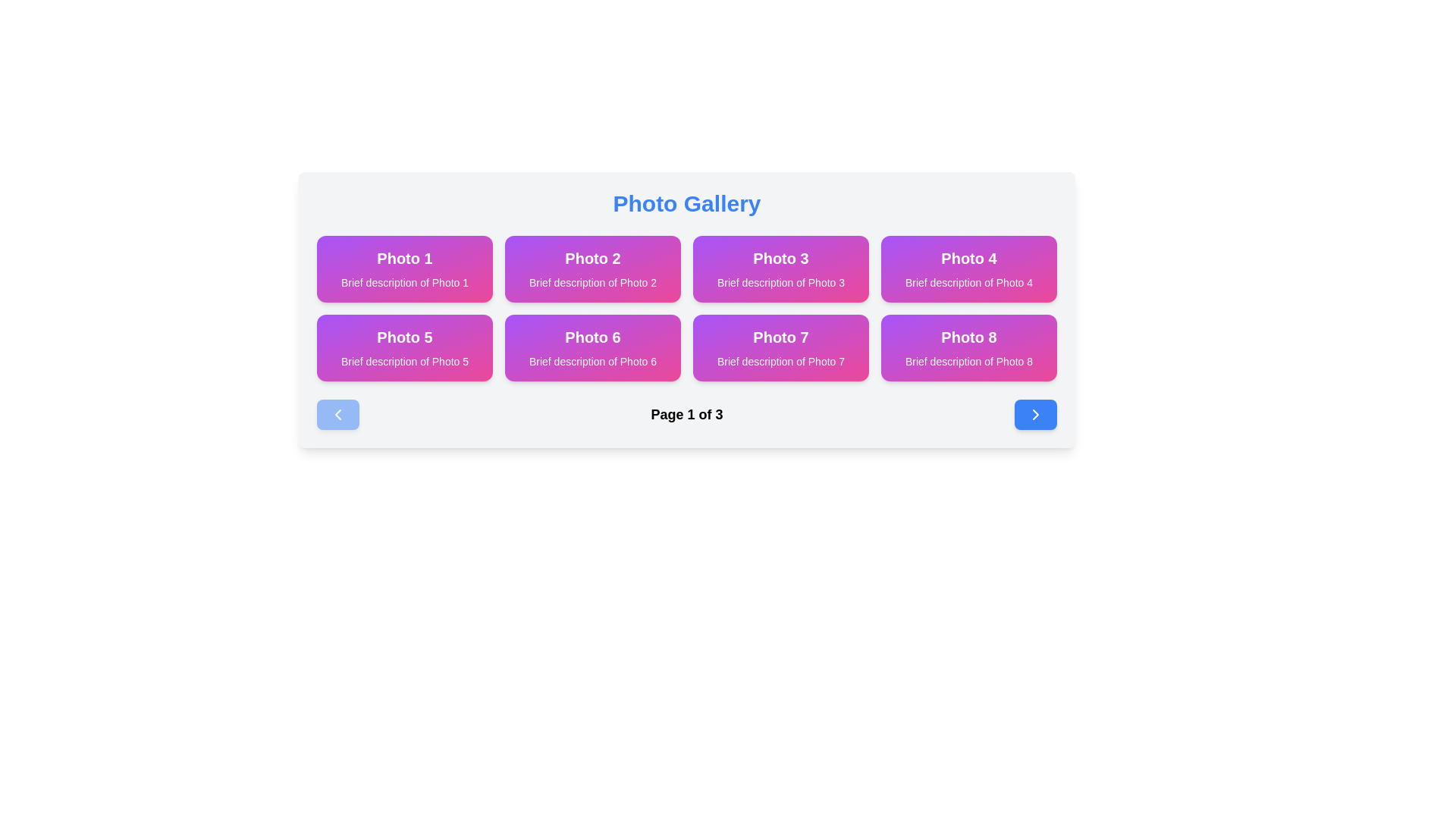  I want to click on text content of the informative label located within the 'Photo 4' card, positioned below the title text, so click(968, 283).